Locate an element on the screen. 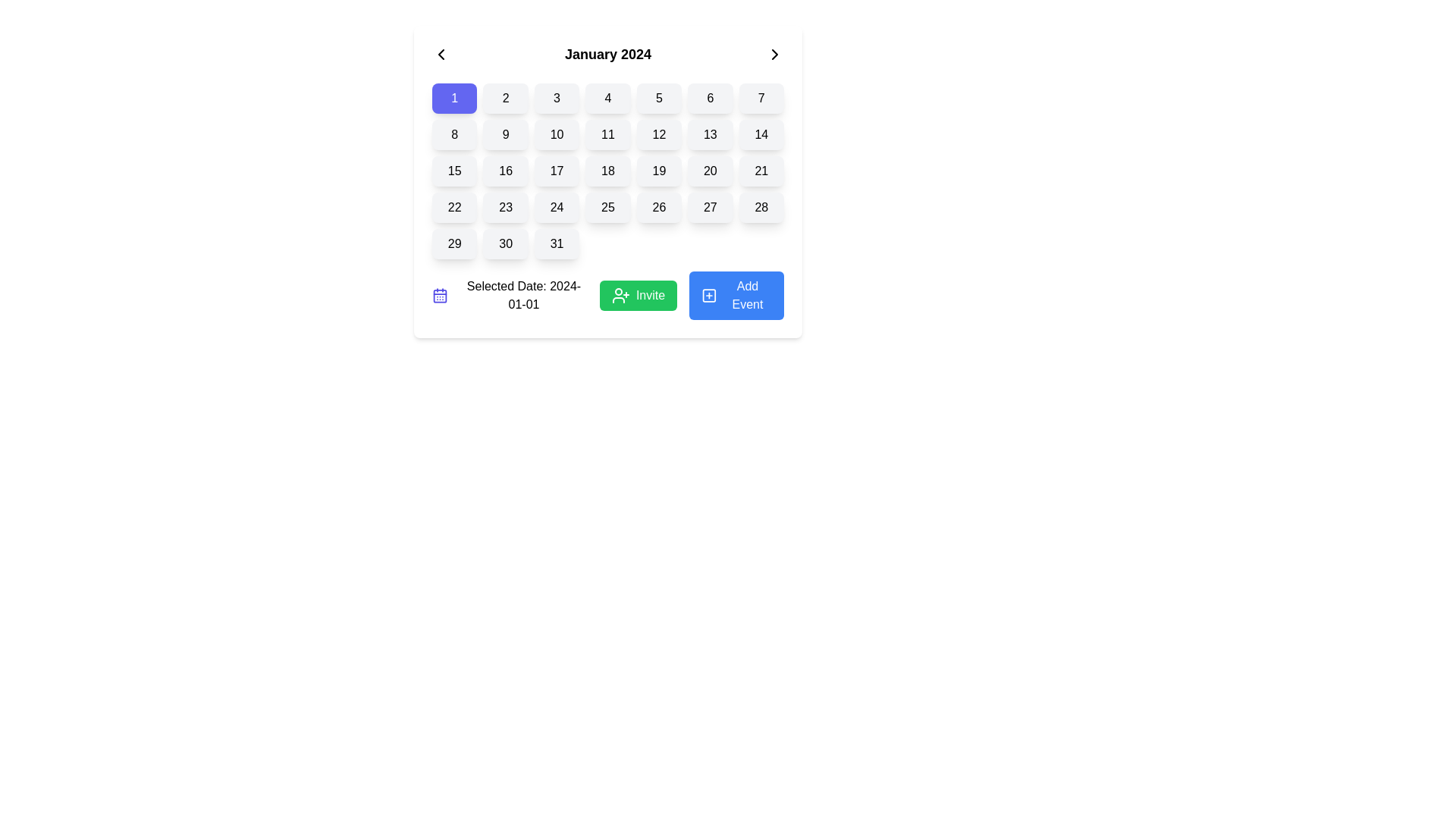 This screenshot has width=1456, height=819. the decorative SVG Rectangle Shape that is part of the calendar icon, positioned at the top left of the interface is located at coordinates (439, 296).